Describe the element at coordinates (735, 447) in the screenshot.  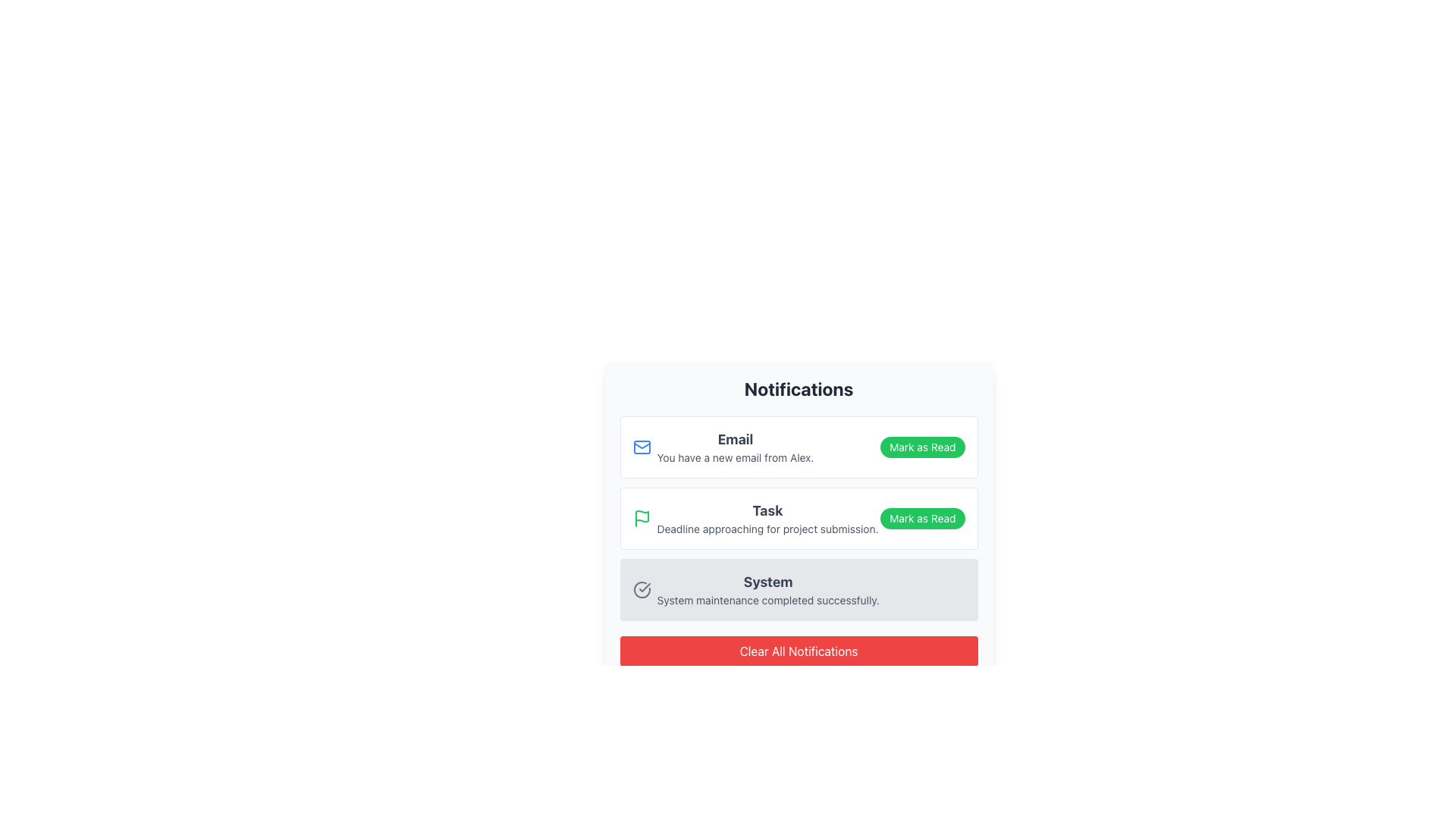
I see `text block for the email notification titled 'Email' that contains the message 'You have a new email from Alex.'` at that location.